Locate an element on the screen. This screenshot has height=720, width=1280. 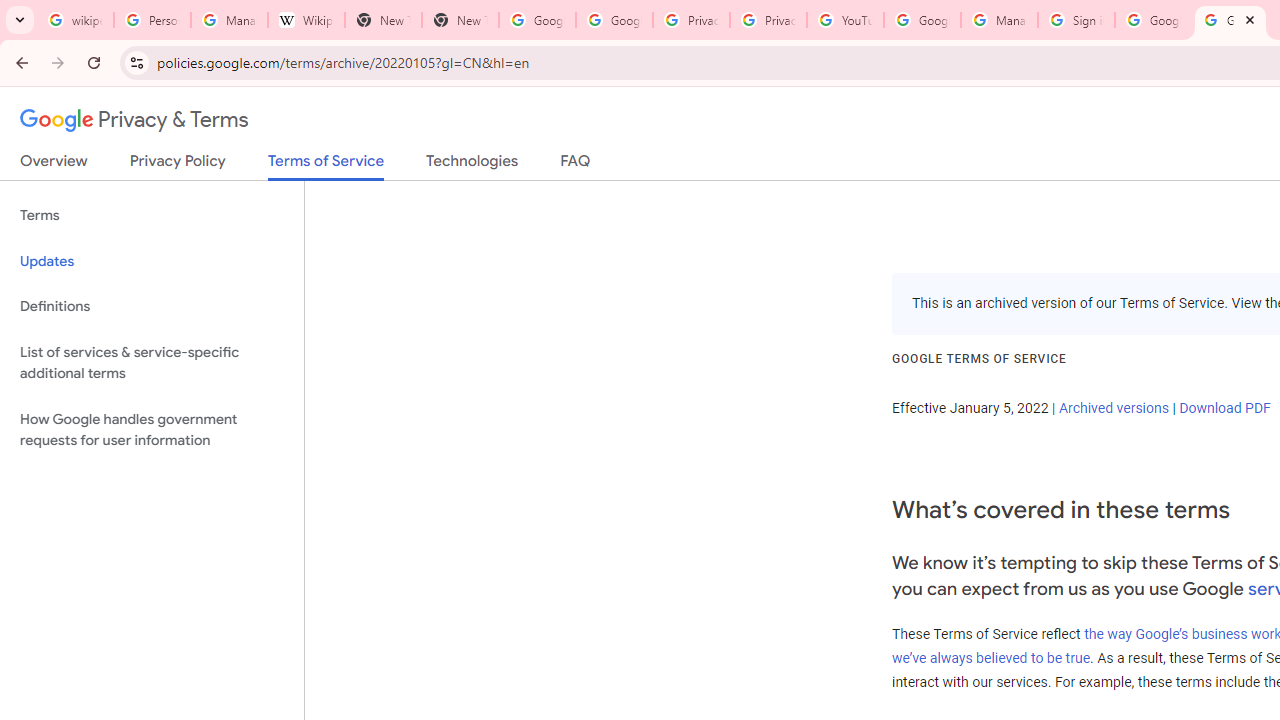
'New Tab' is located at coordinates (459, 20).